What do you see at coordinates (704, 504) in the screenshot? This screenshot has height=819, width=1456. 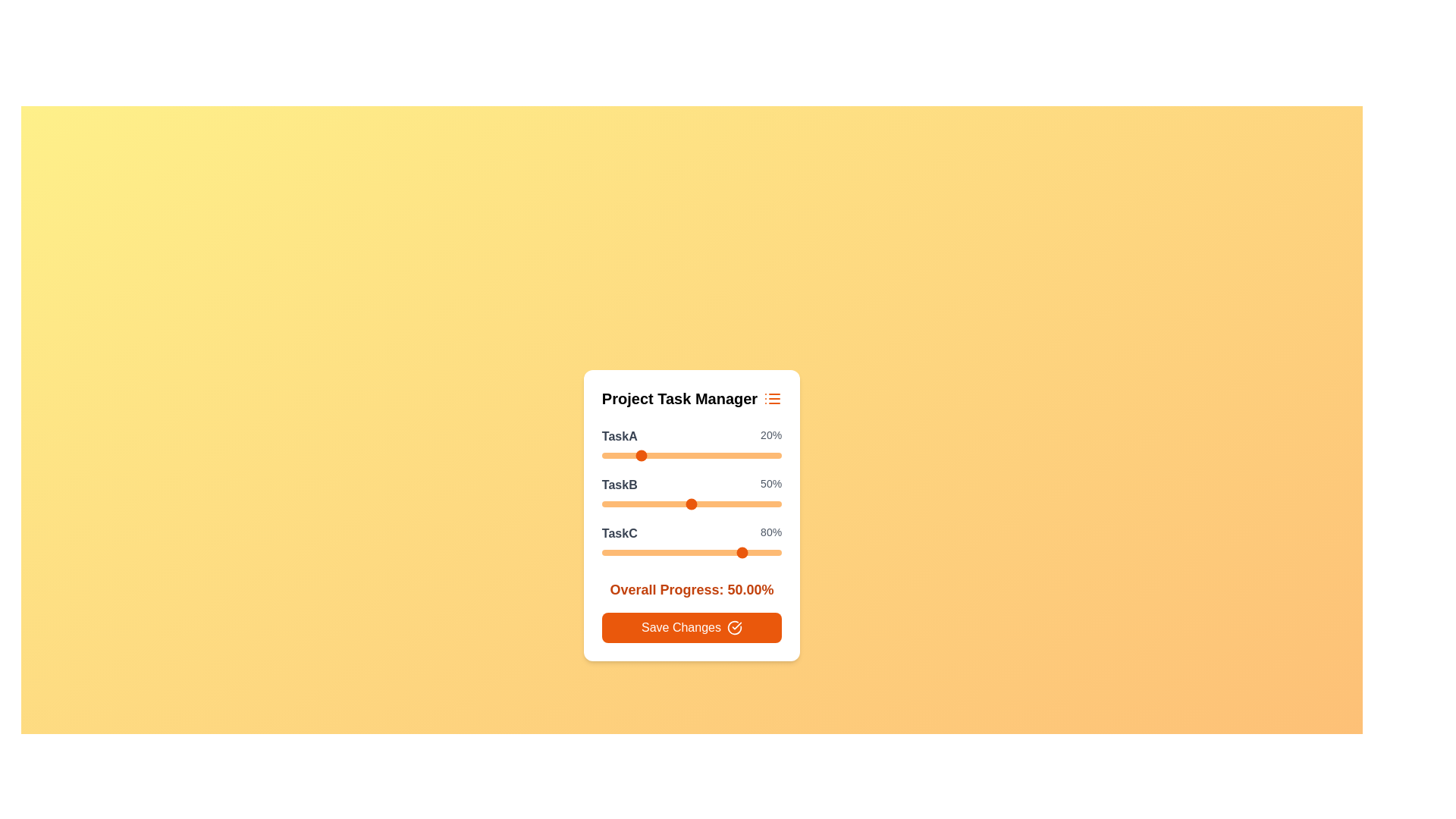 I see `the TaskB slider to 57%` at bounding box center [704, 504].